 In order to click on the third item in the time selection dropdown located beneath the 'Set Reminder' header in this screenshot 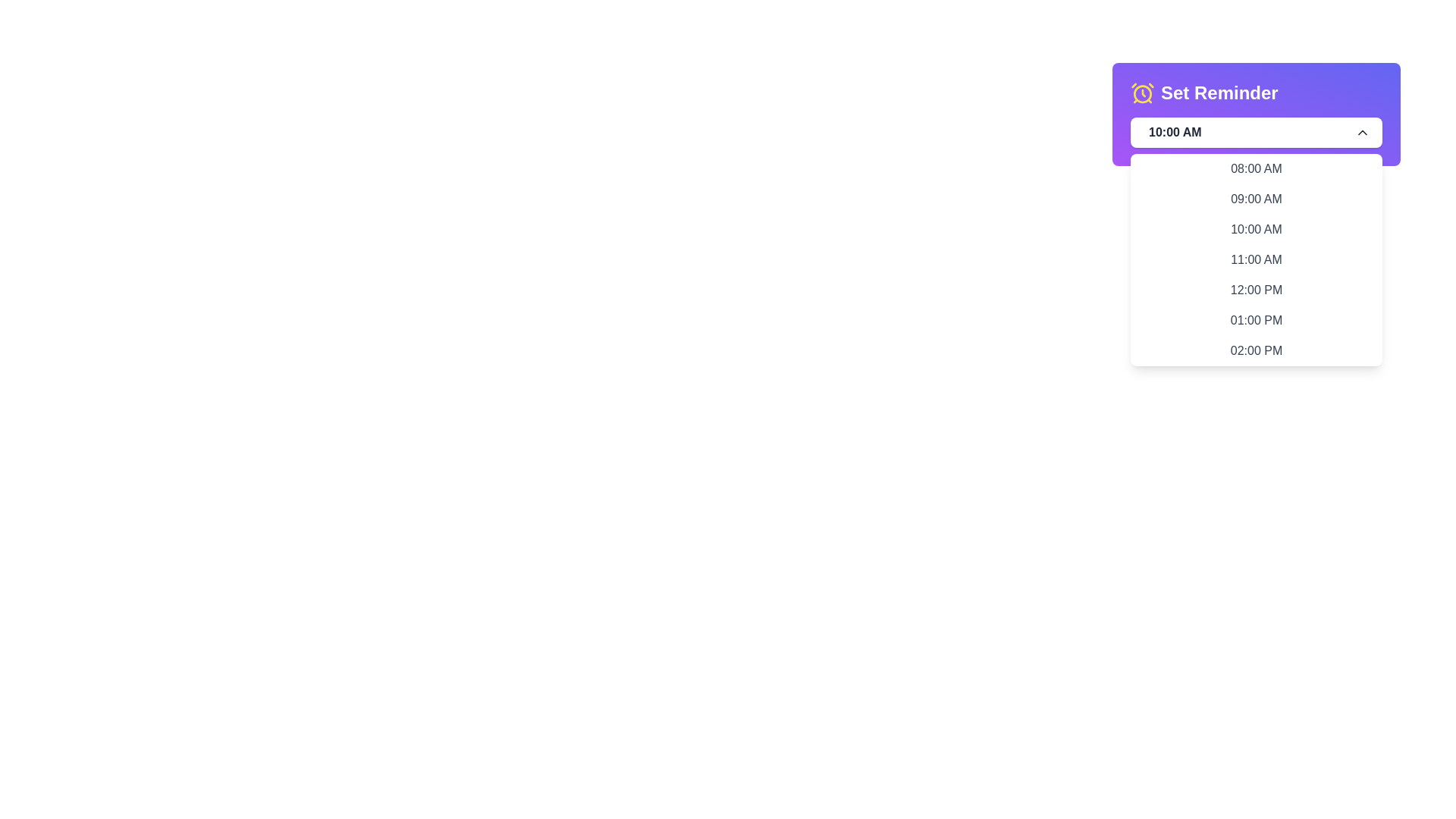, I will do `click(1256, 230)`.